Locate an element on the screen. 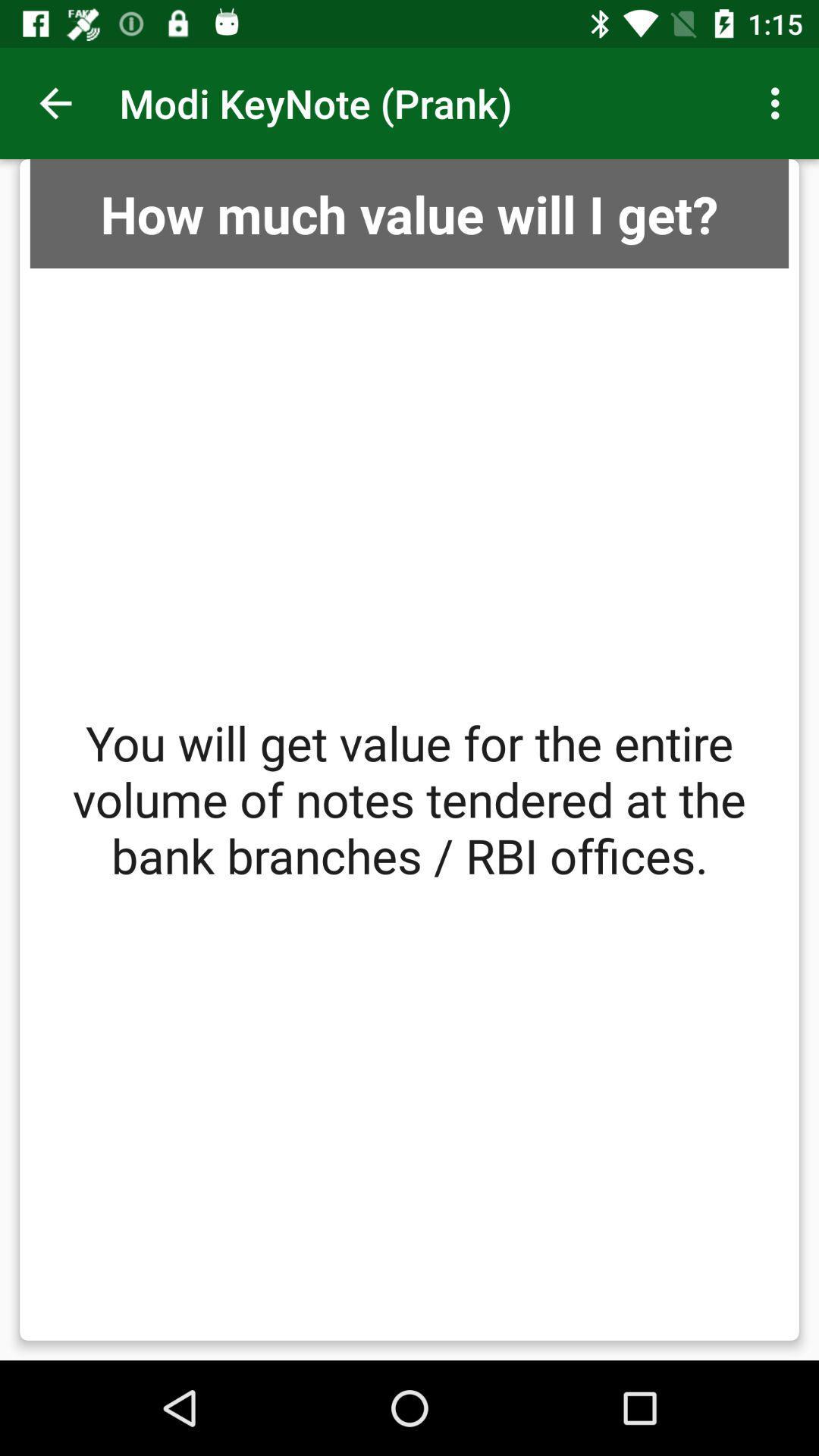  the item to the right of modi keynote (prank) app is located at coordinates (779, 102).